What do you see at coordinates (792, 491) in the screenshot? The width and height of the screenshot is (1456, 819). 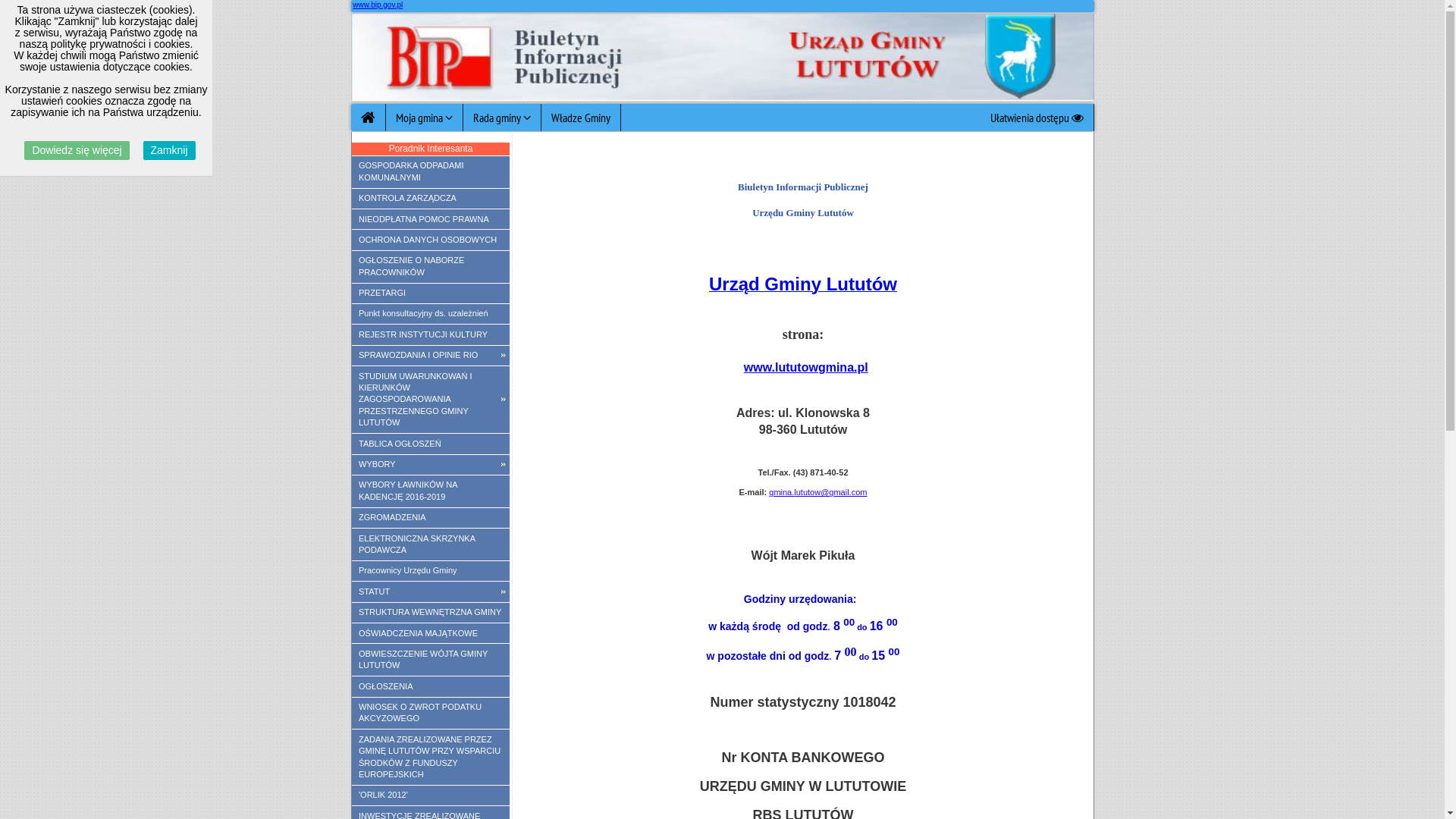 I see `'lututow@g'` at bounding box center [792, 491].